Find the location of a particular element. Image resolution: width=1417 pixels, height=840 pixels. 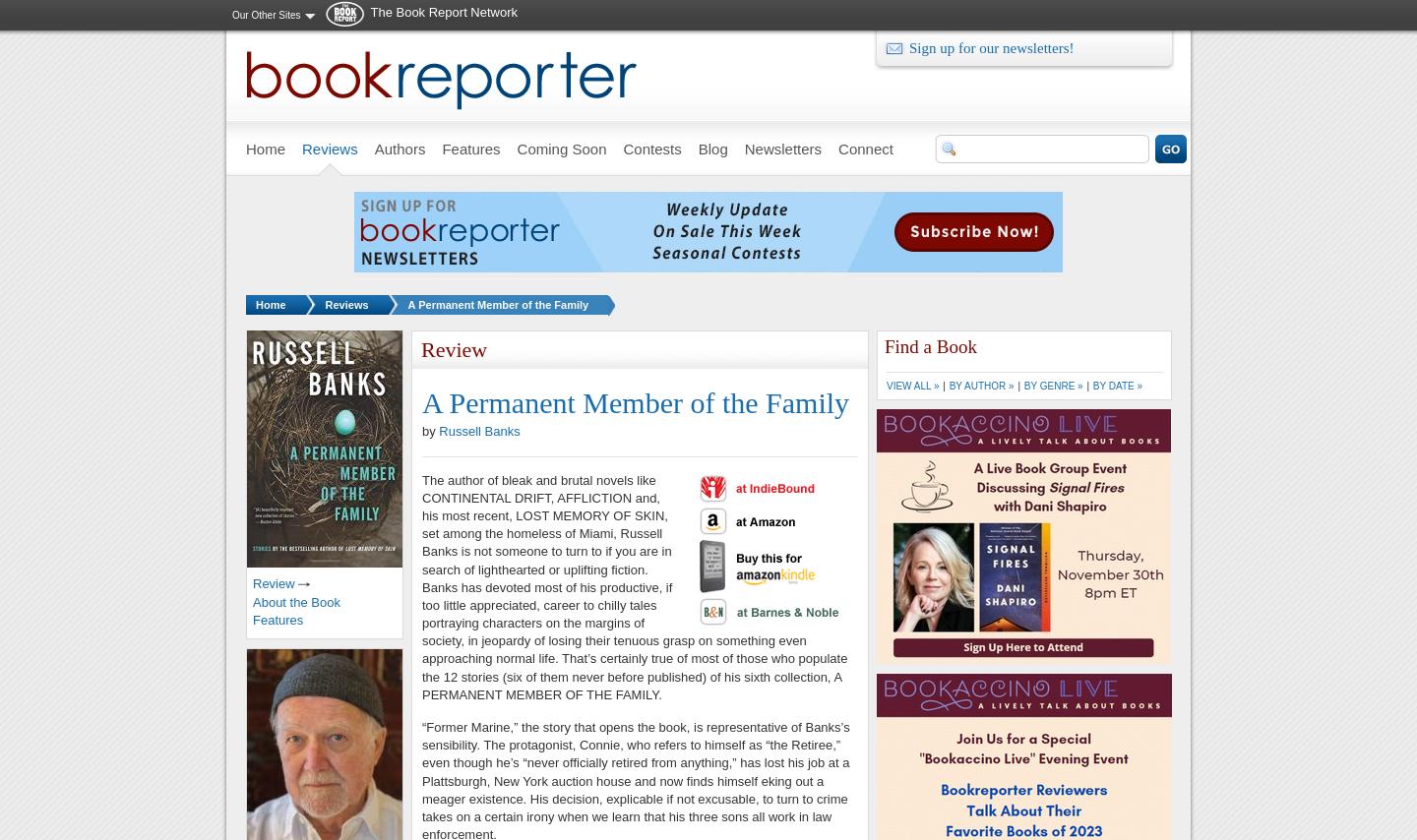

'By Author »' is located at coordinates (947, 385).